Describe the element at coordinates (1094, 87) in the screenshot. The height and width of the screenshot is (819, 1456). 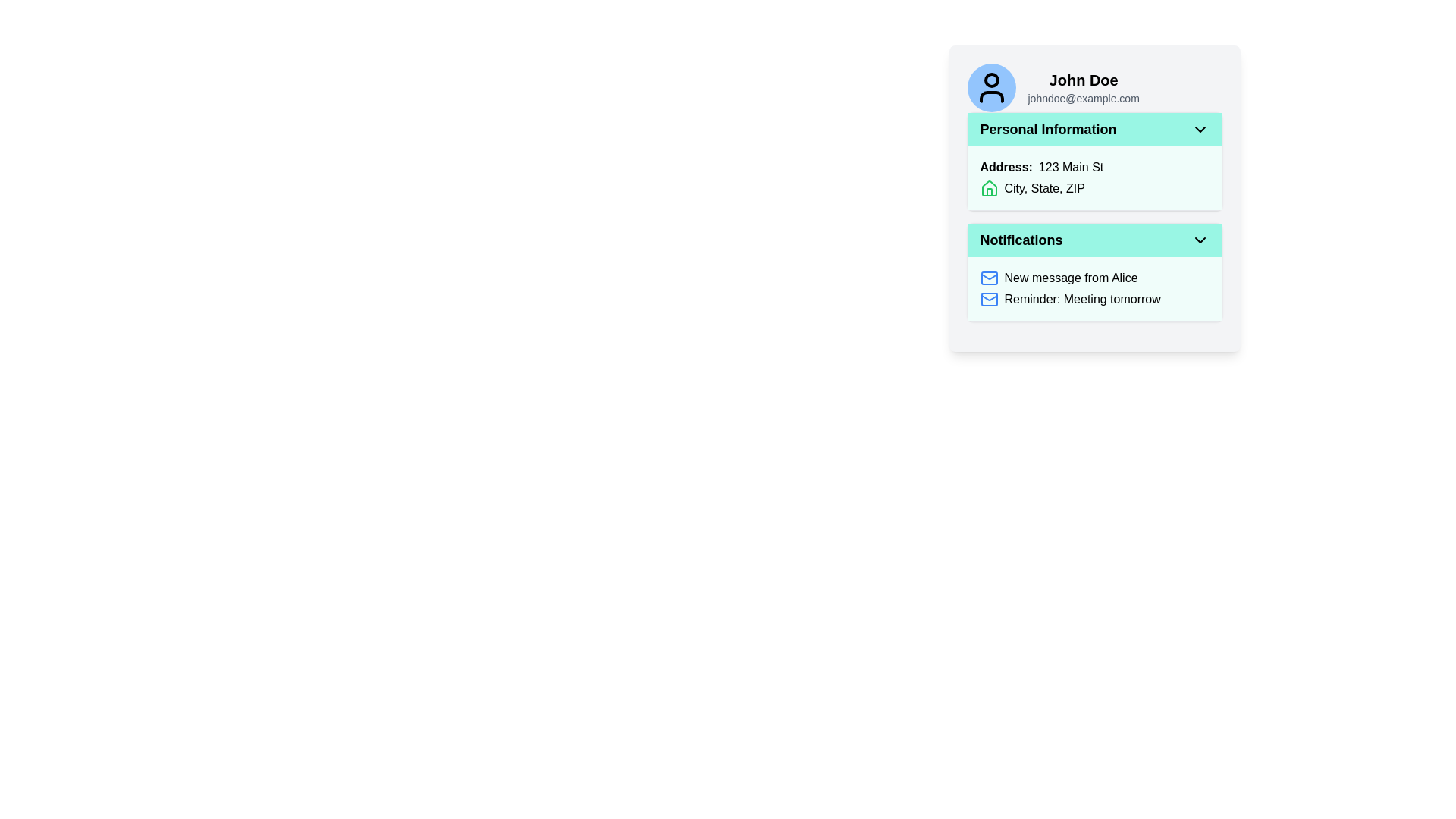
I see `displayed information from the user profile section, which includes the circular blue icon and the text 'John Doe' along with the email 'johndoe@example.com'` at that location.